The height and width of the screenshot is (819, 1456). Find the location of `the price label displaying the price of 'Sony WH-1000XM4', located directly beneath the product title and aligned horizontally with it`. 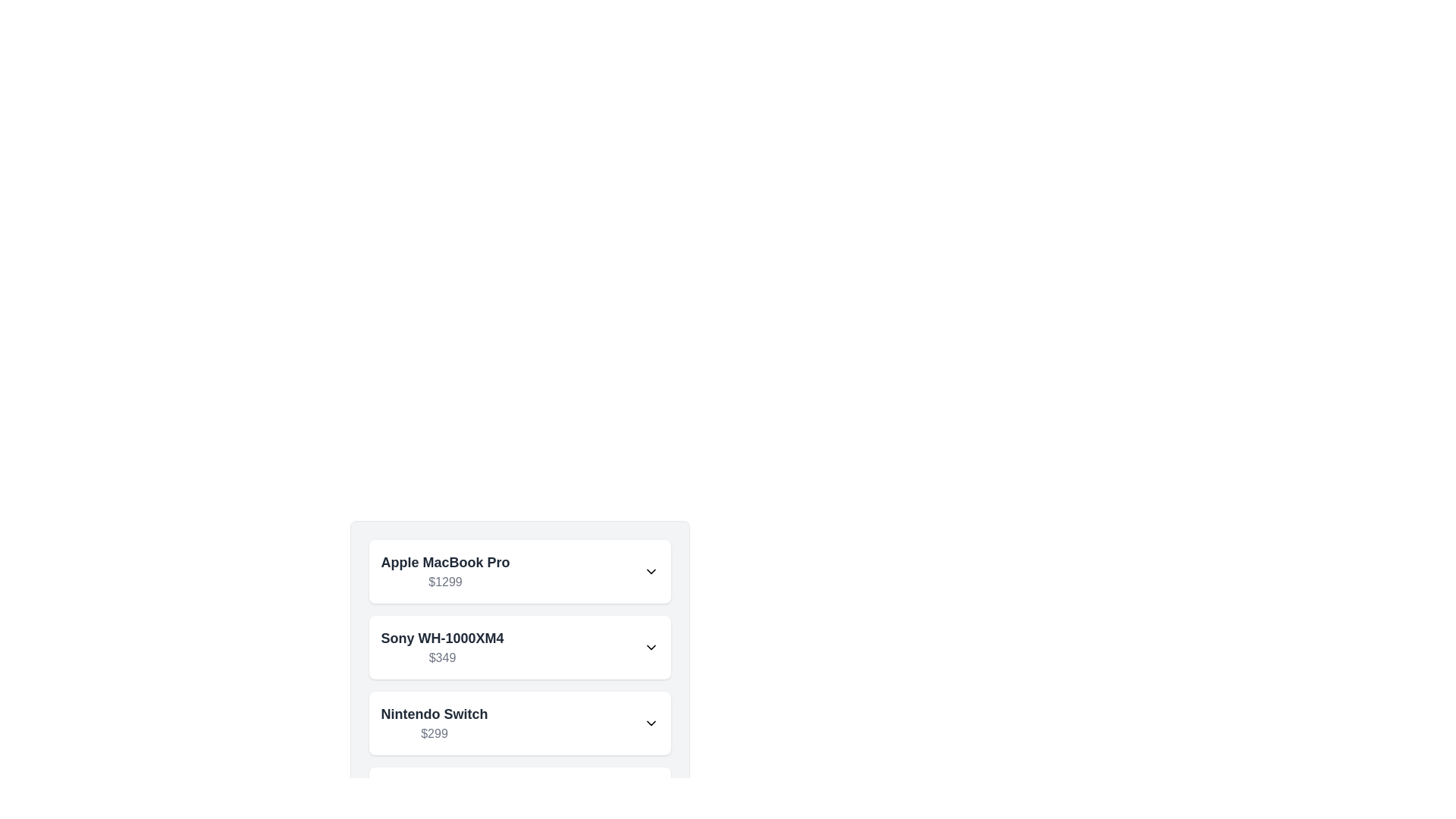

the price label displaying the price of 'Sony WH-1000XM4', located directly beneath the product title and aligned horizontally with it is located at coordinates (441, 657).